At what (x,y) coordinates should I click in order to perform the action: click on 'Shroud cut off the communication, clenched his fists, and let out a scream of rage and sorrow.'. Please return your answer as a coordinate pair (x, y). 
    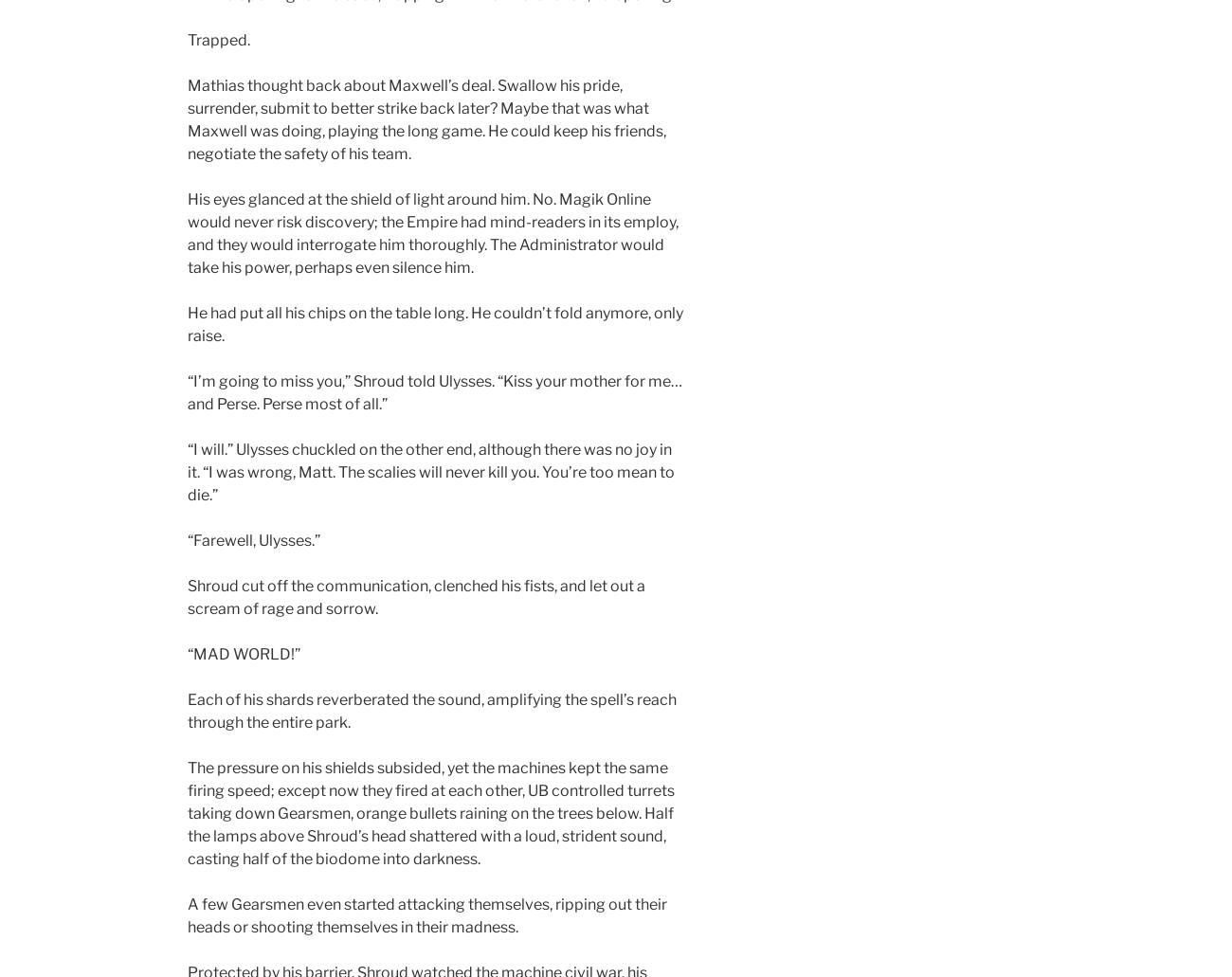
    Looking at the image, I should click on (187, 597).